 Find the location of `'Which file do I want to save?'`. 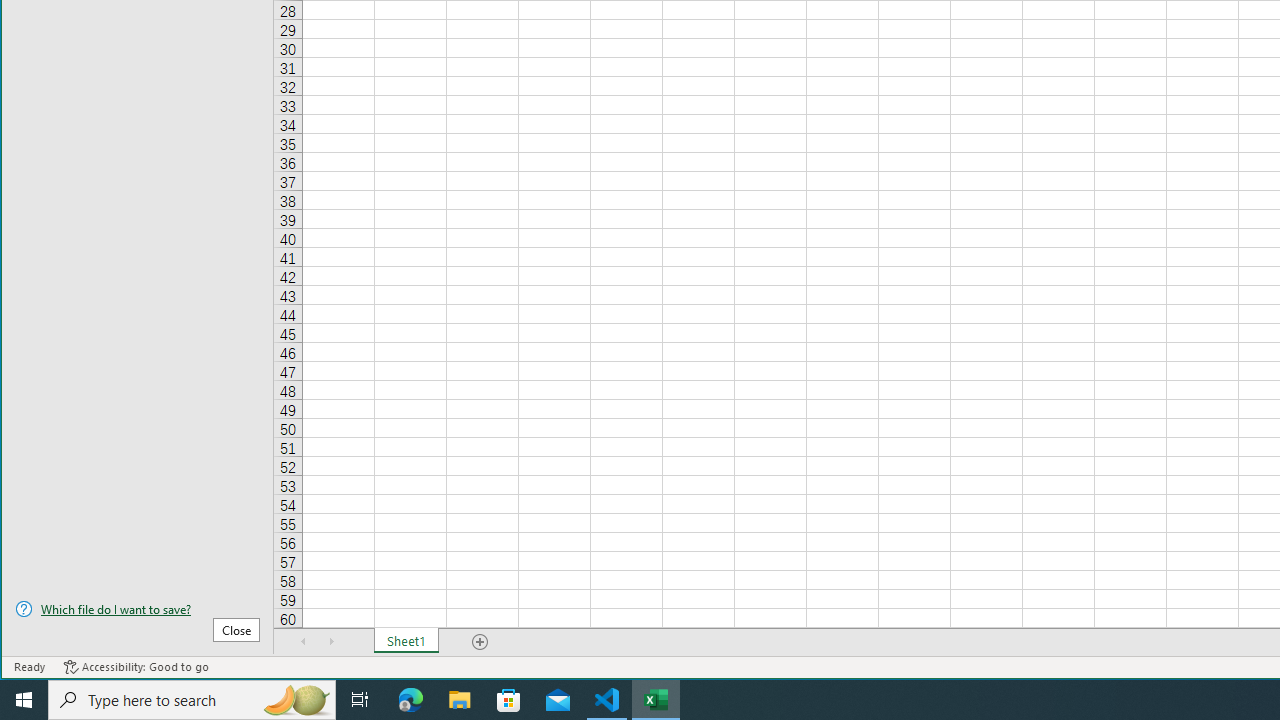

'Which file do I want to save?' is located at coordinates (136, 608).